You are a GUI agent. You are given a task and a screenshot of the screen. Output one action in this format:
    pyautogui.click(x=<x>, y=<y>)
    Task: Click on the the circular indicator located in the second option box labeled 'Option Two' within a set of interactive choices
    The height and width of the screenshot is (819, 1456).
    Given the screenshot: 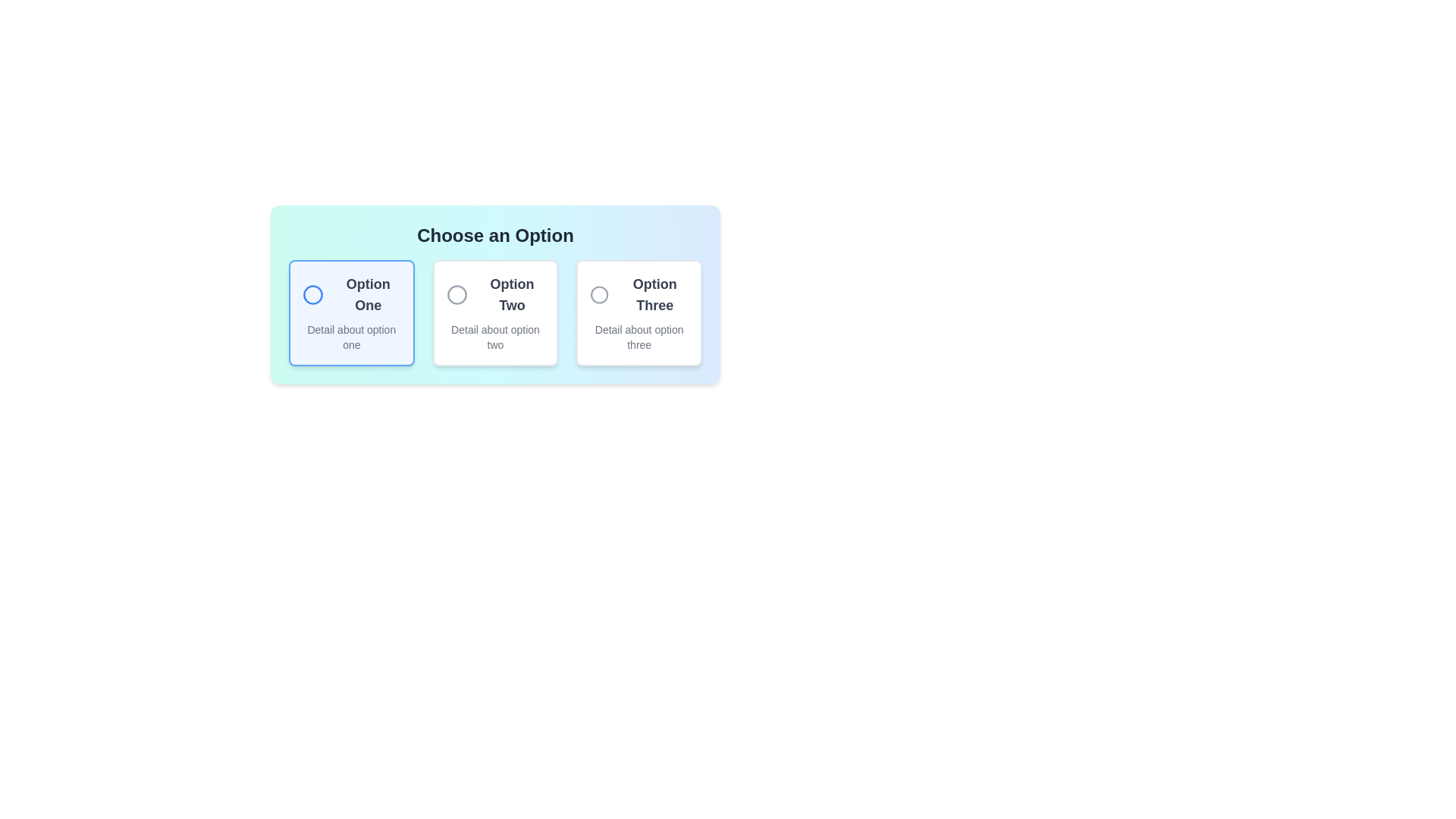 What is the action you would take?
    pyautogui.click(x=456, y=295)
    